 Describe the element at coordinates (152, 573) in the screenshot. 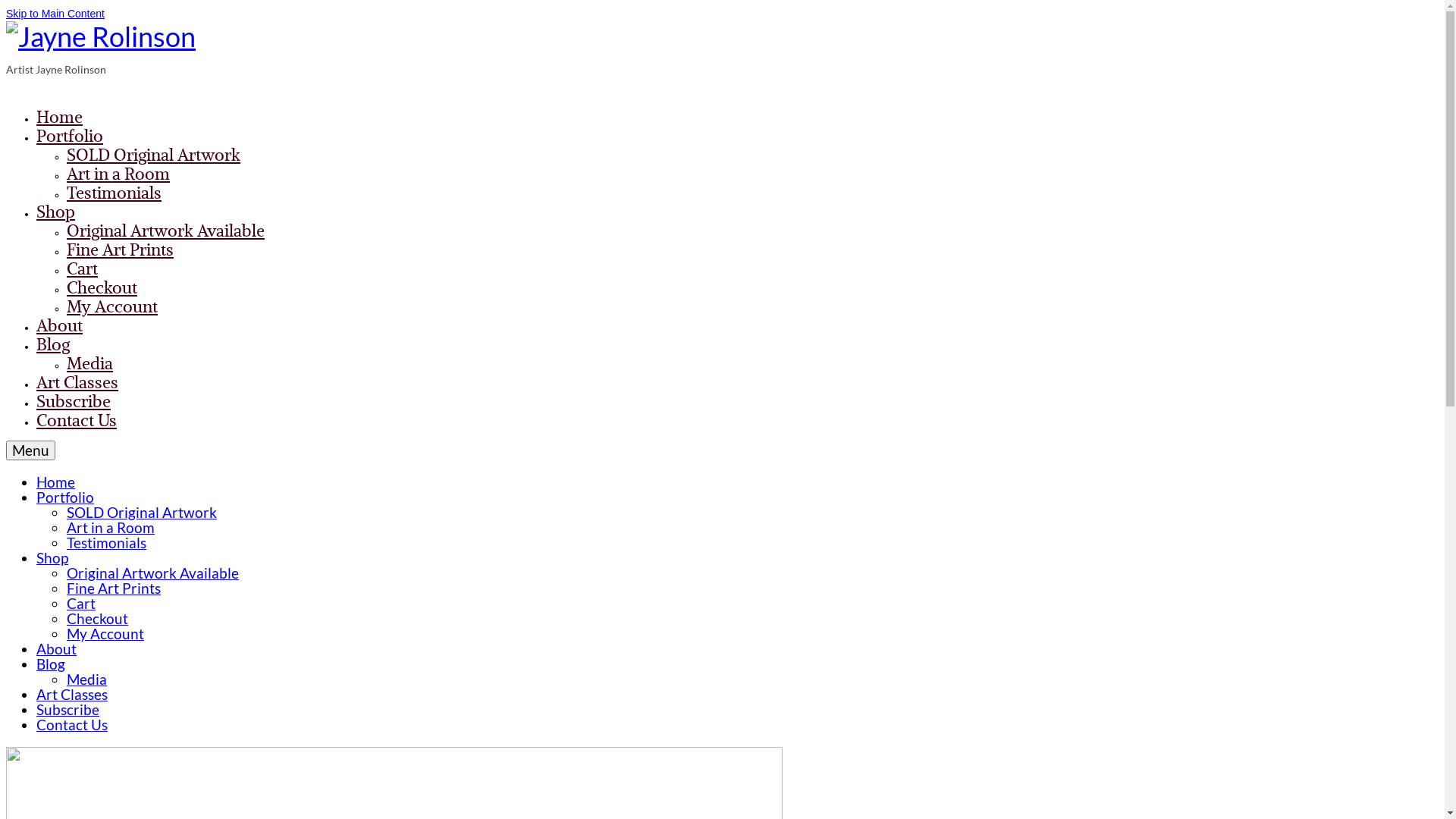

I see `'Original Artwork Available'` at that location.